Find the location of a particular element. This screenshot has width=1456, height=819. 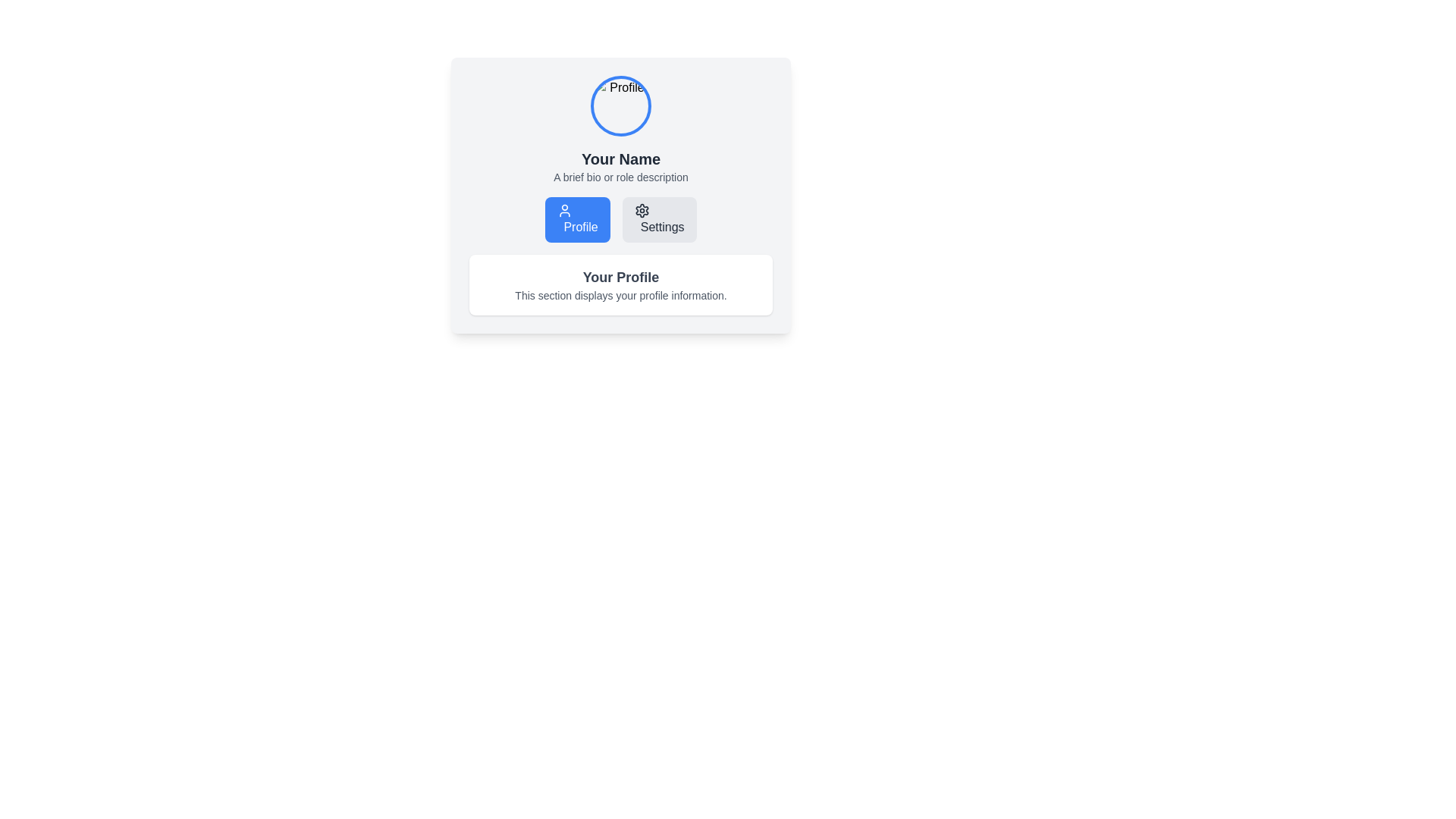

the button located below the text 'Your Name' and to the left of the 'Settings' button is located at coordinates (577, 219).